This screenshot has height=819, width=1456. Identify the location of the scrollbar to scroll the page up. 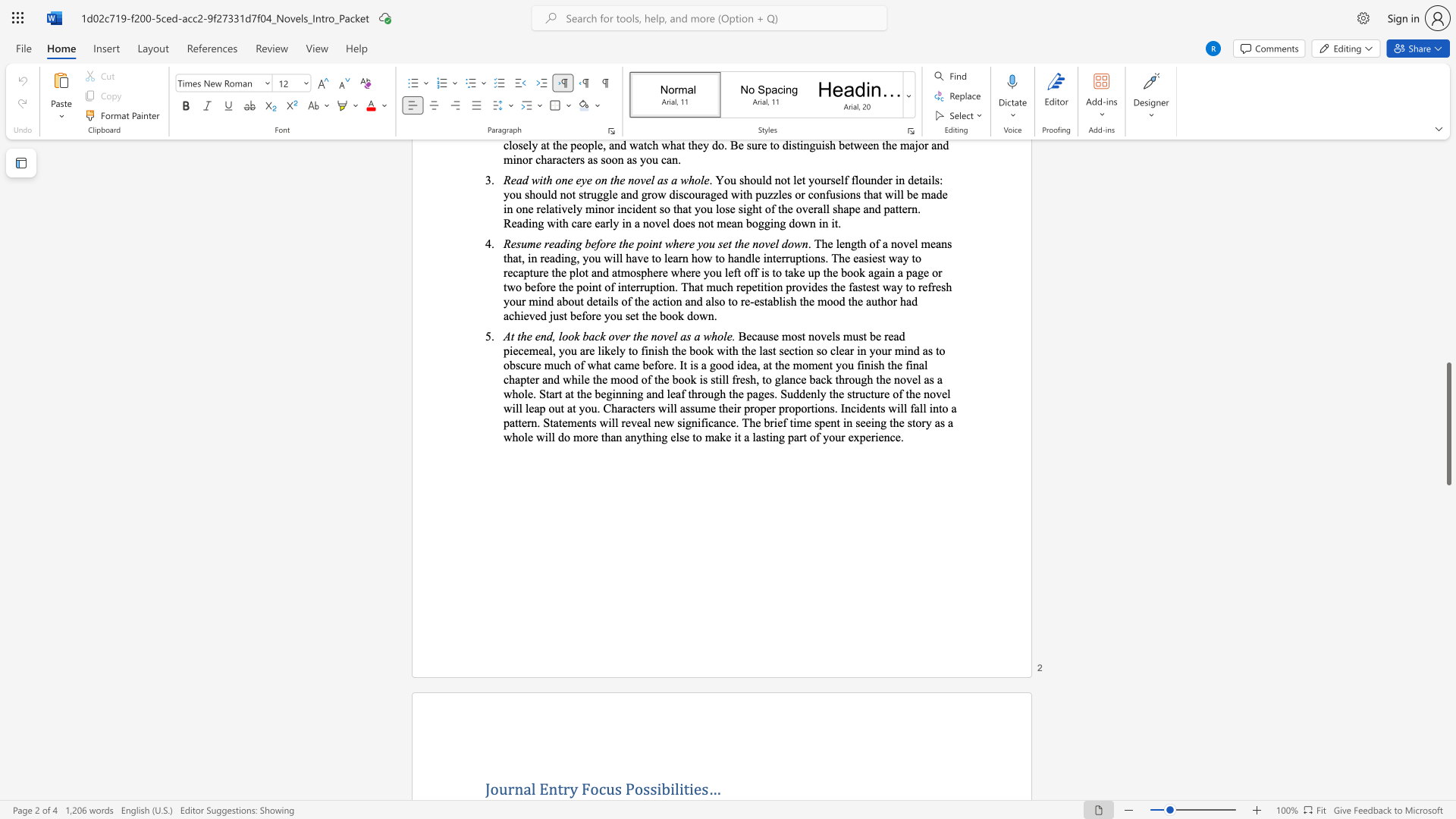
(1448, 281).